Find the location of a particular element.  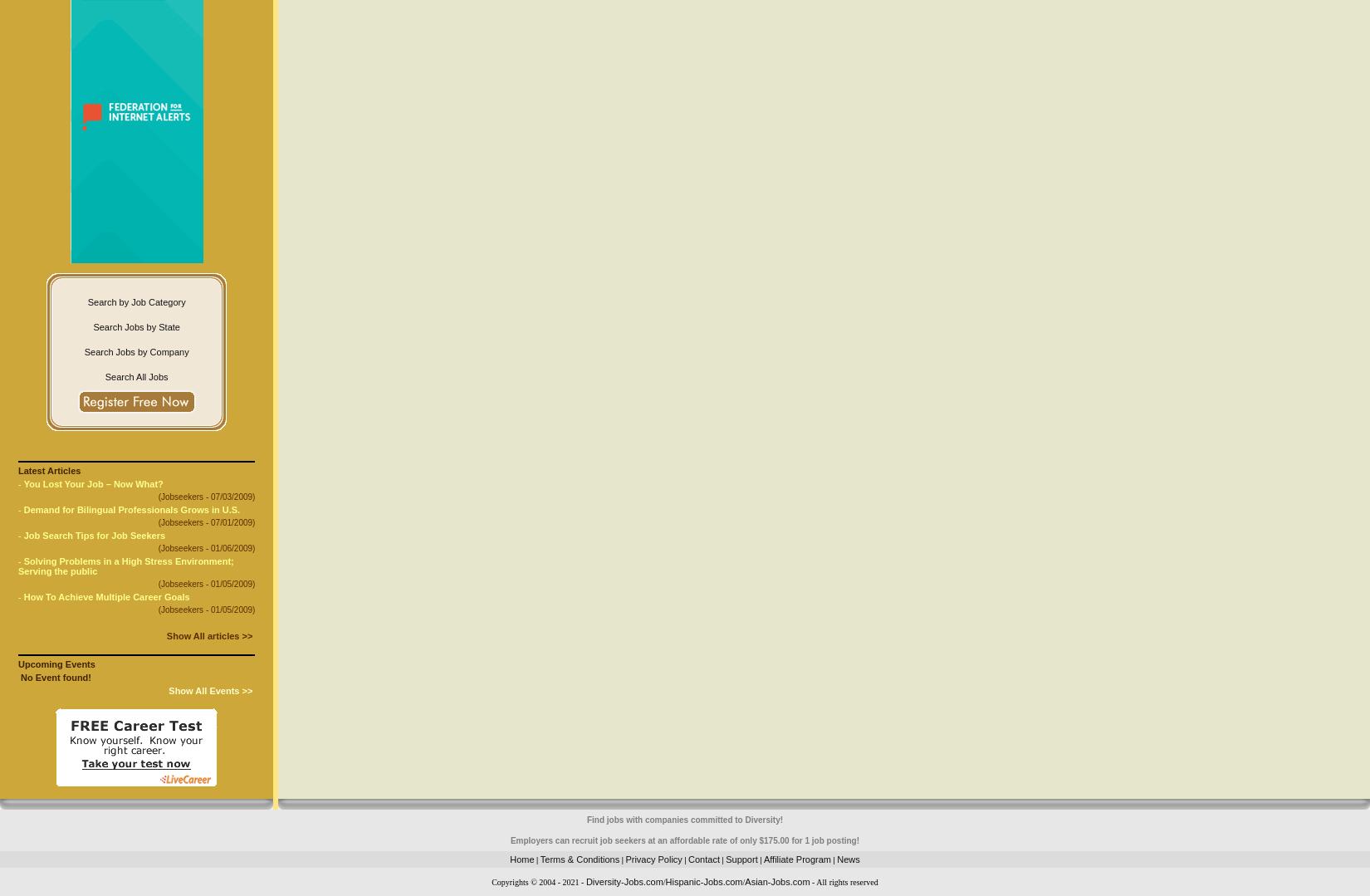

'Search 
                        Jobs by Company' is located at coordinates (136, 352).